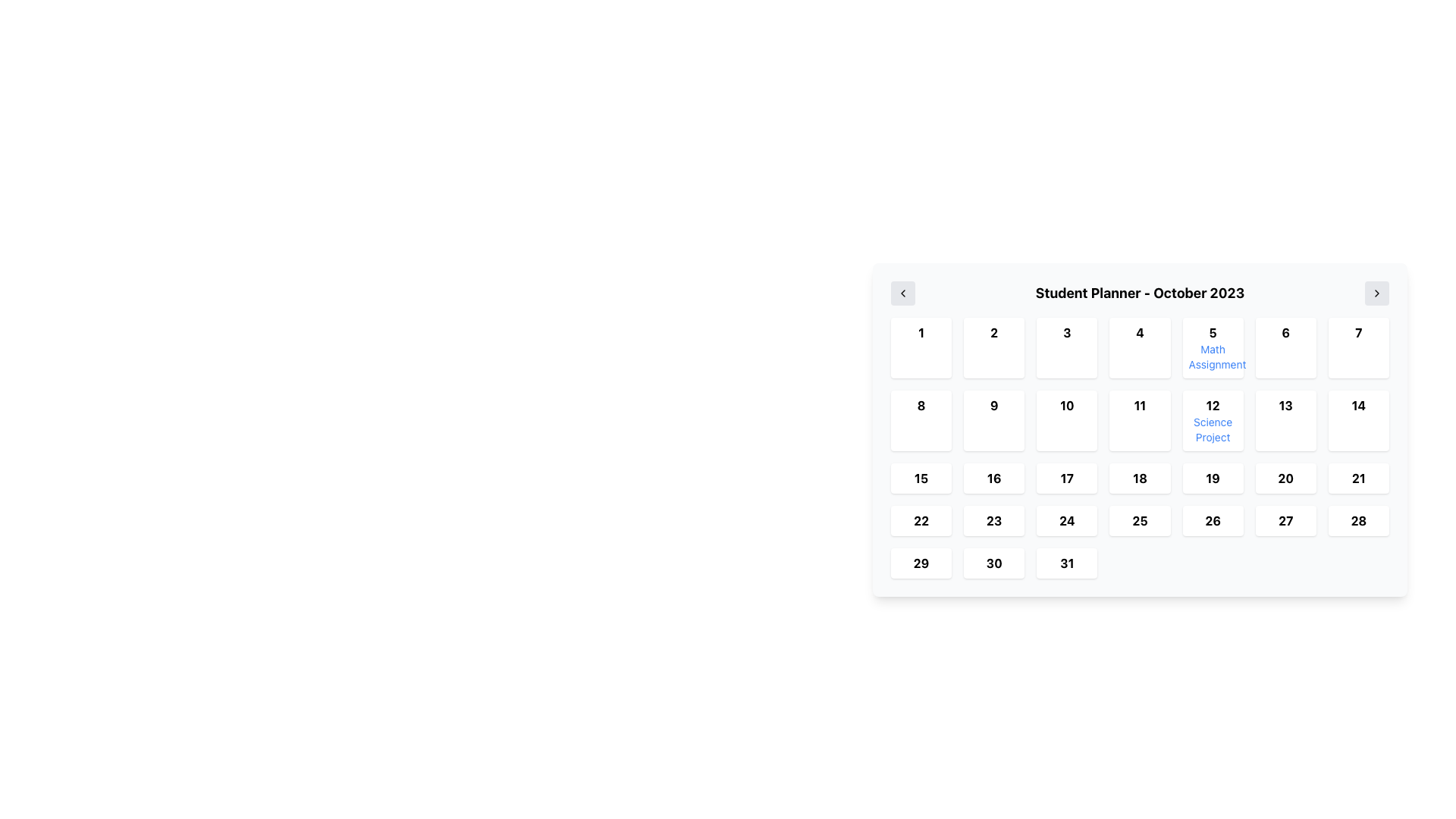  What do you see at coordinates (1358, 479) in the screenshot?
I see `the grid cell displaying the number '21' which is located in the fourth row and seventh column of a calendar-like grid layout` at bounding box center [1358, 479].